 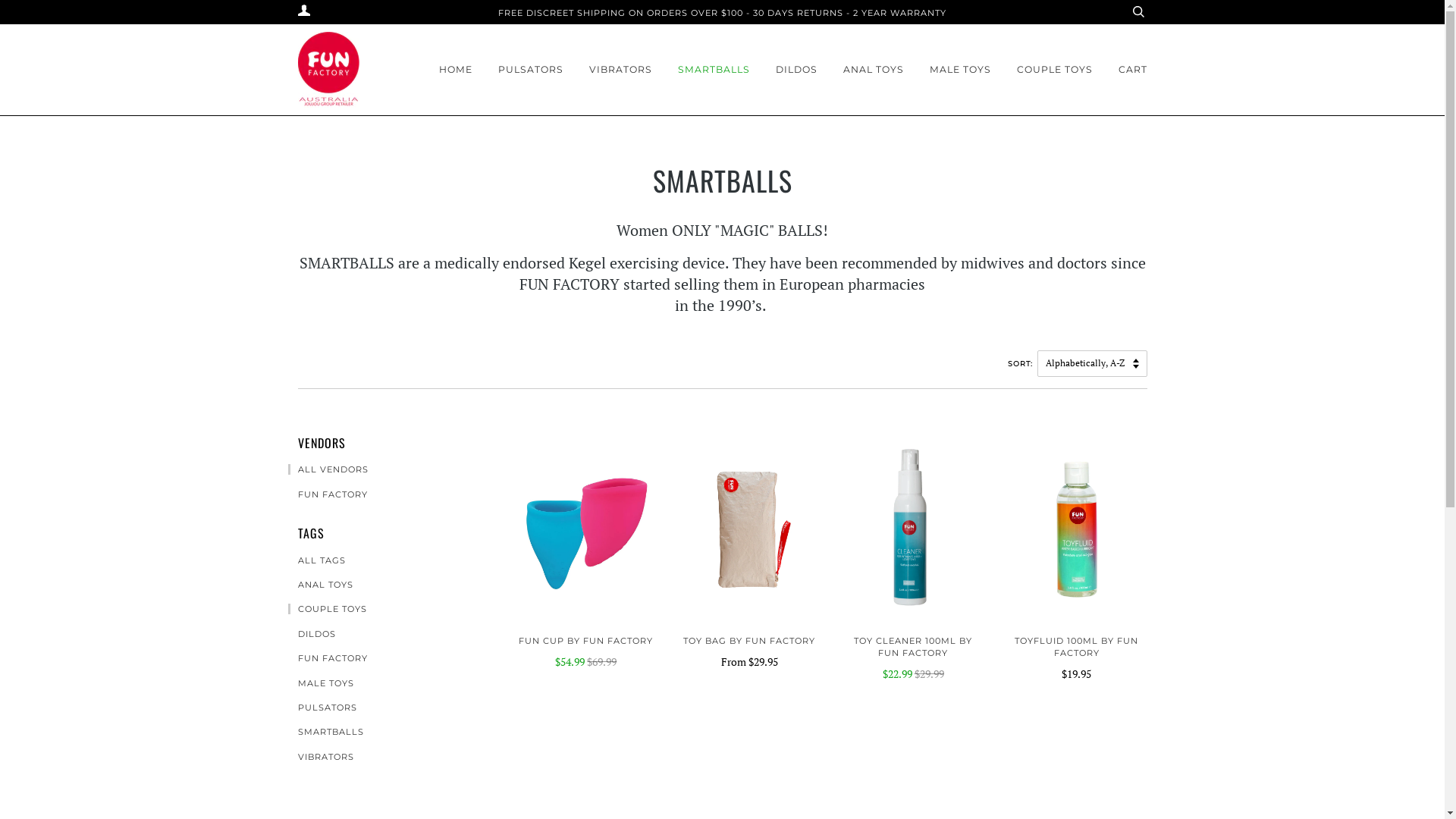 What do you see at coordinates (320, 757) in the screenshot?
I see `'VIBRATORS'` at bounding box center [320, 757].